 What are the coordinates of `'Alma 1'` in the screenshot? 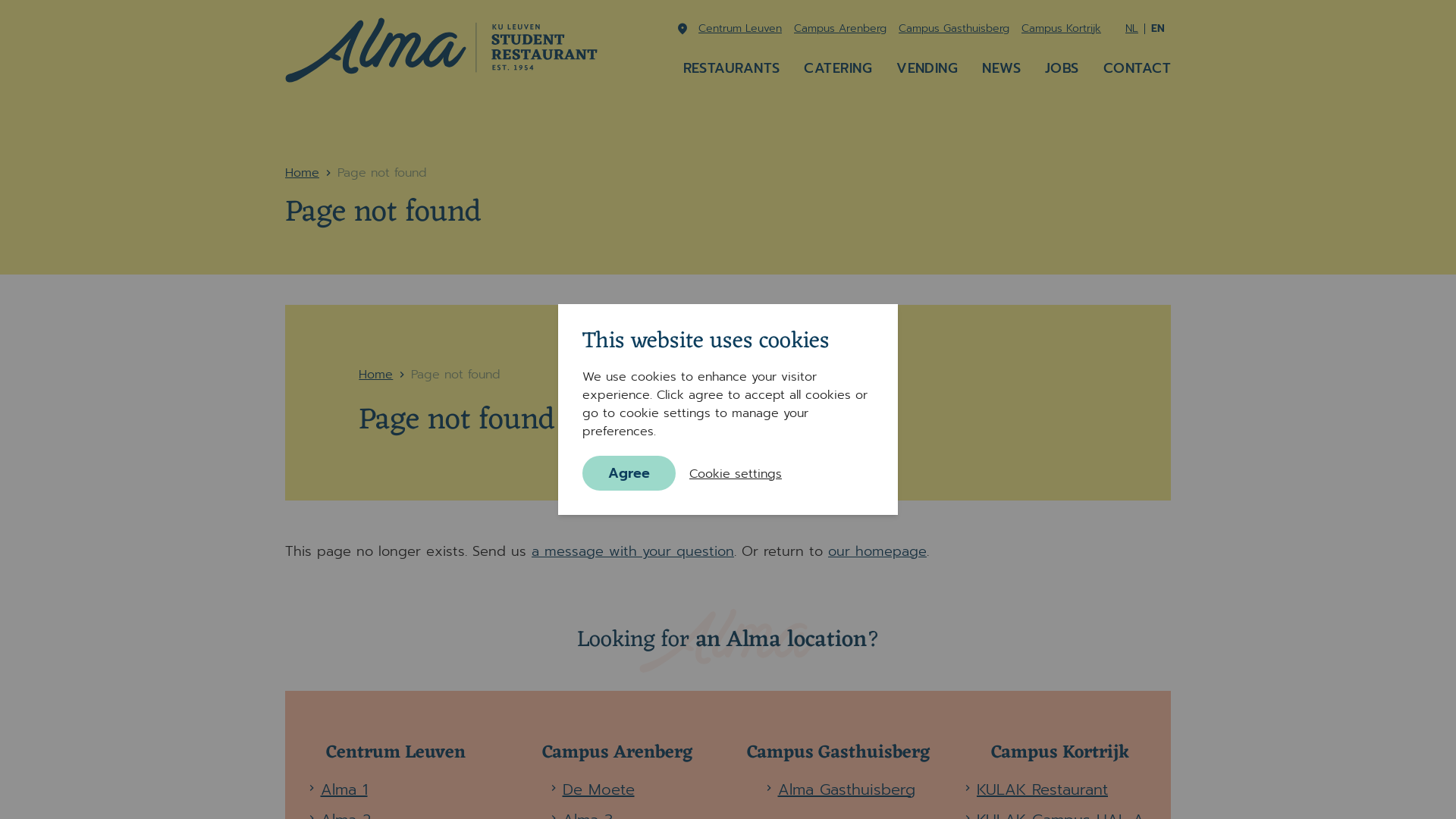 It's located at (342, 789).